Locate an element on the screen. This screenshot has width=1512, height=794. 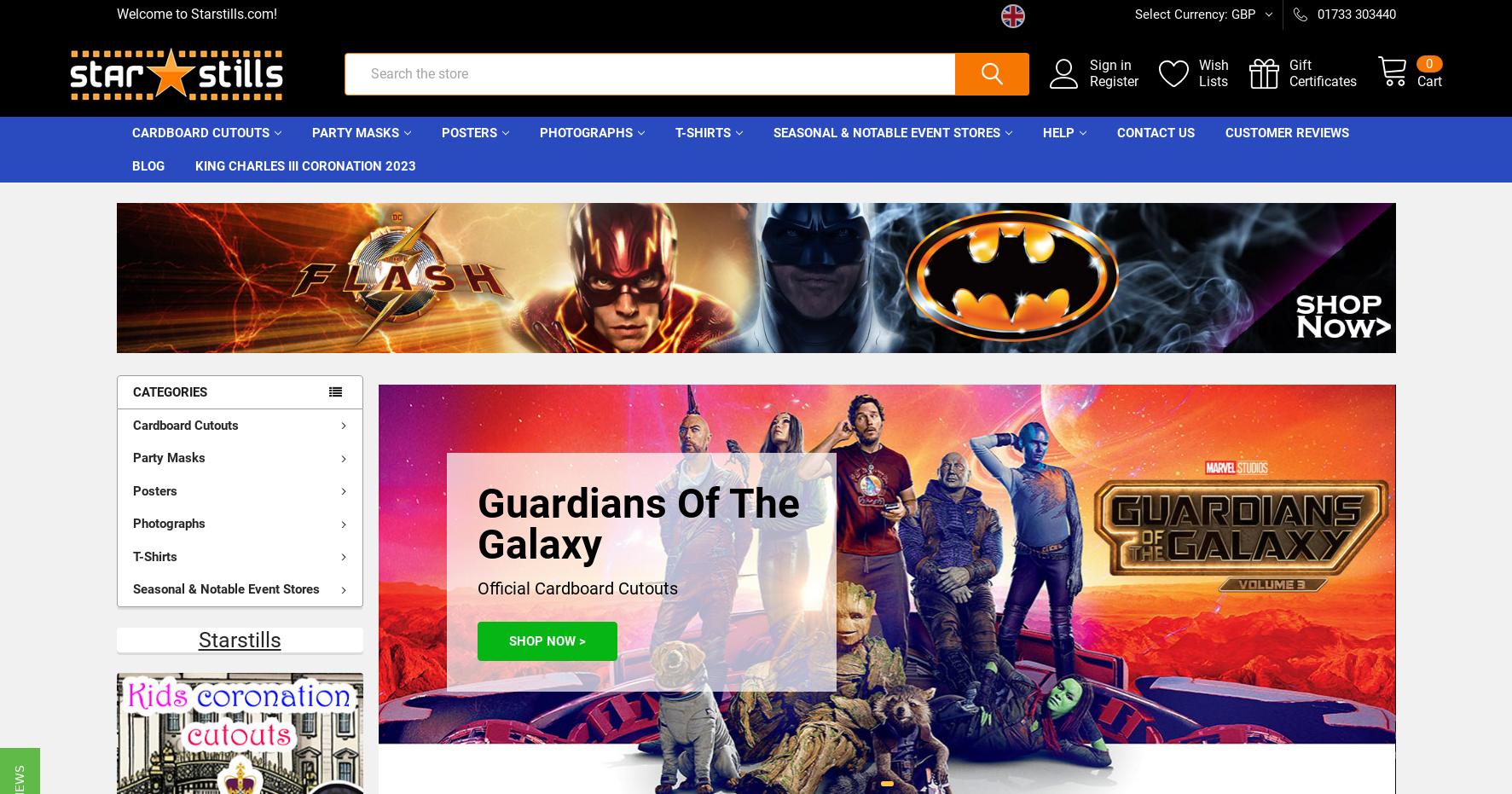
'Official Cardboard Cutouts' is located at coordinates (477, 600).